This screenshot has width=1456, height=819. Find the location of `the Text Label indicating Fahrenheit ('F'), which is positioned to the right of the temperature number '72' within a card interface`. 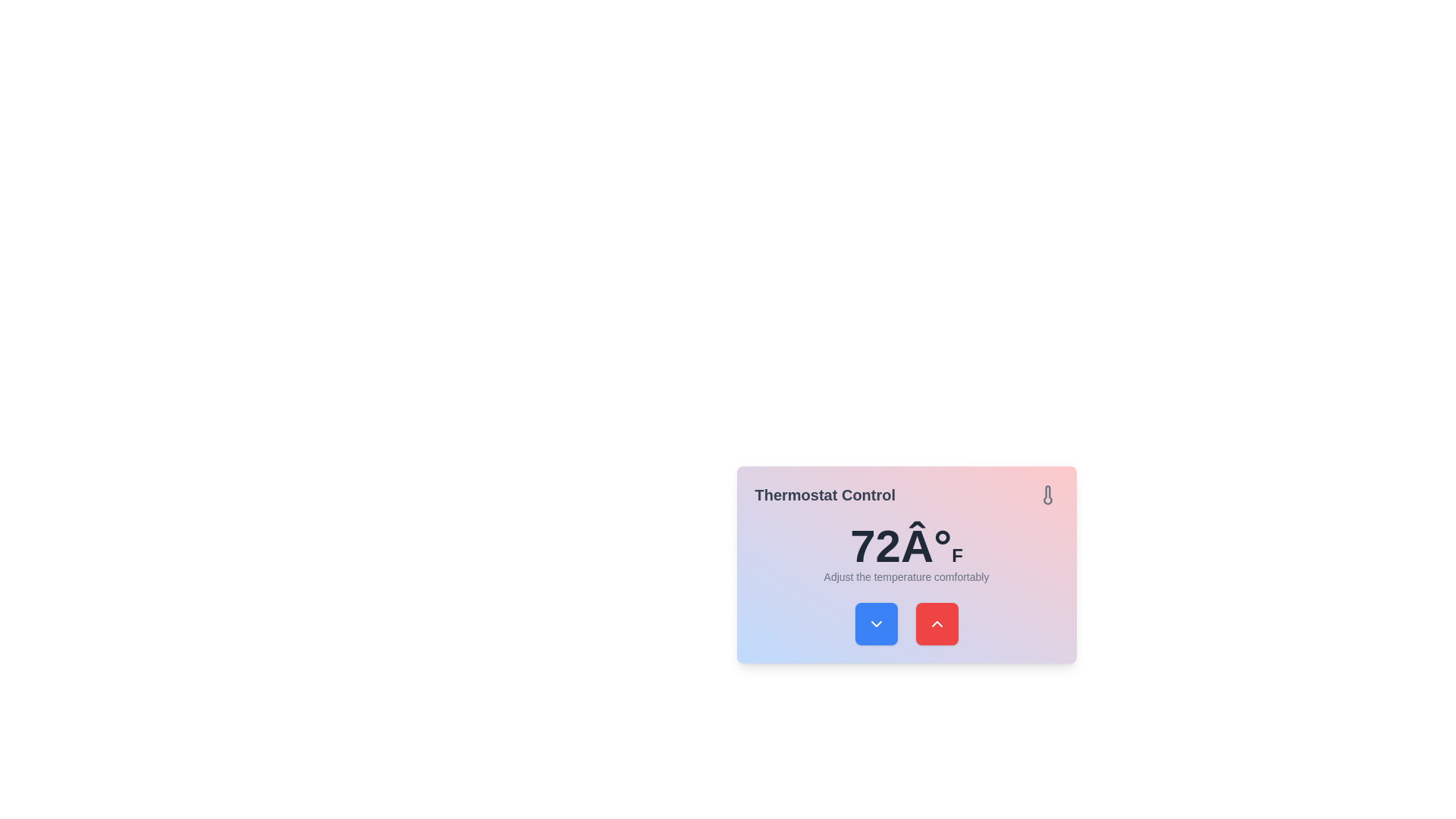

the Text Label indicating Fahrenheit ('F'), which is positioned to the right of the temperature number '72' within a card interface is located at coordinates (956, 555).